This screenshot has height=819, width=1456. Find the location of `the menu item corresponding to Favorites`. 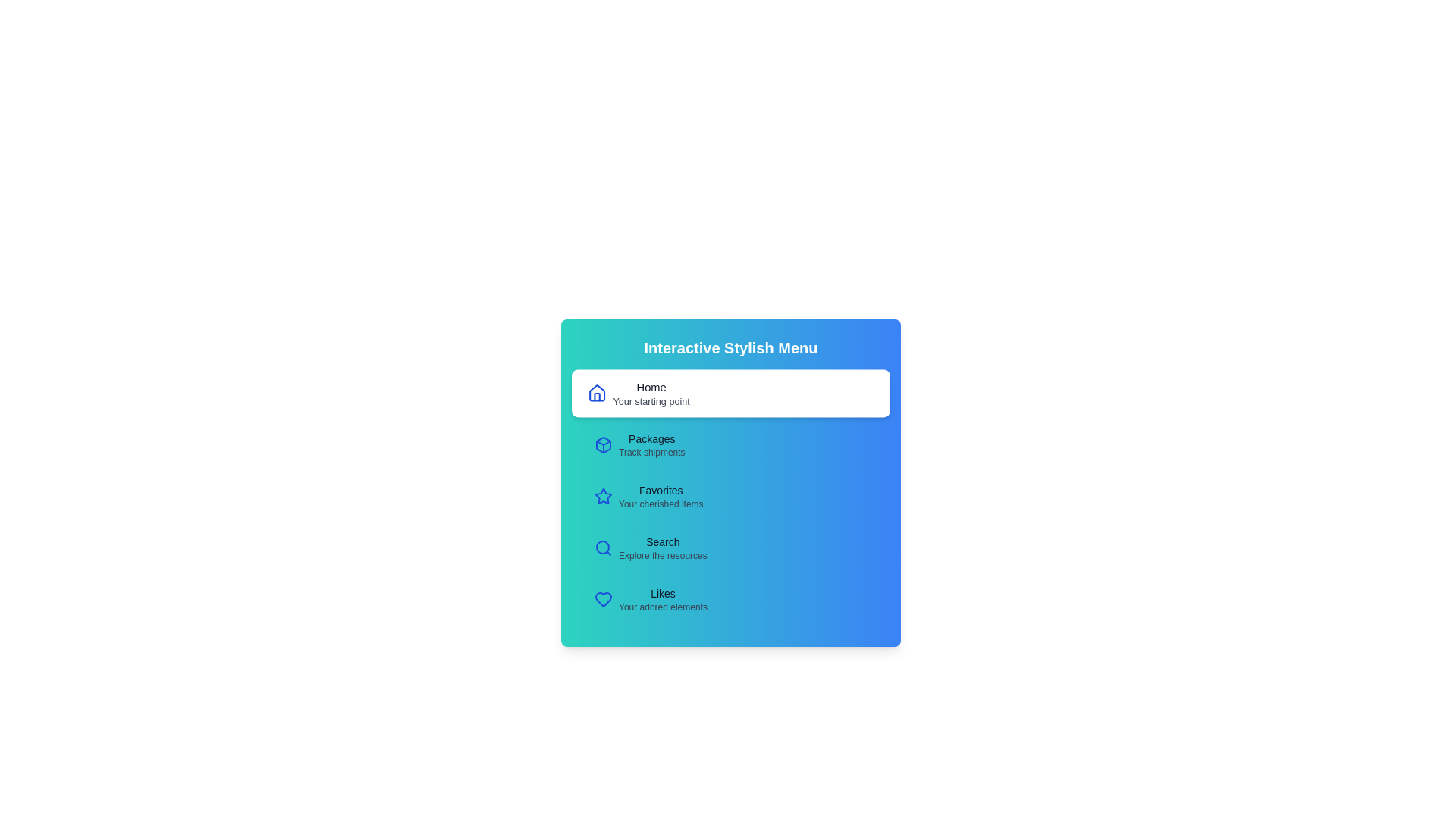

the menu item corresponding to Favorites is located at coordinates (731, 497).